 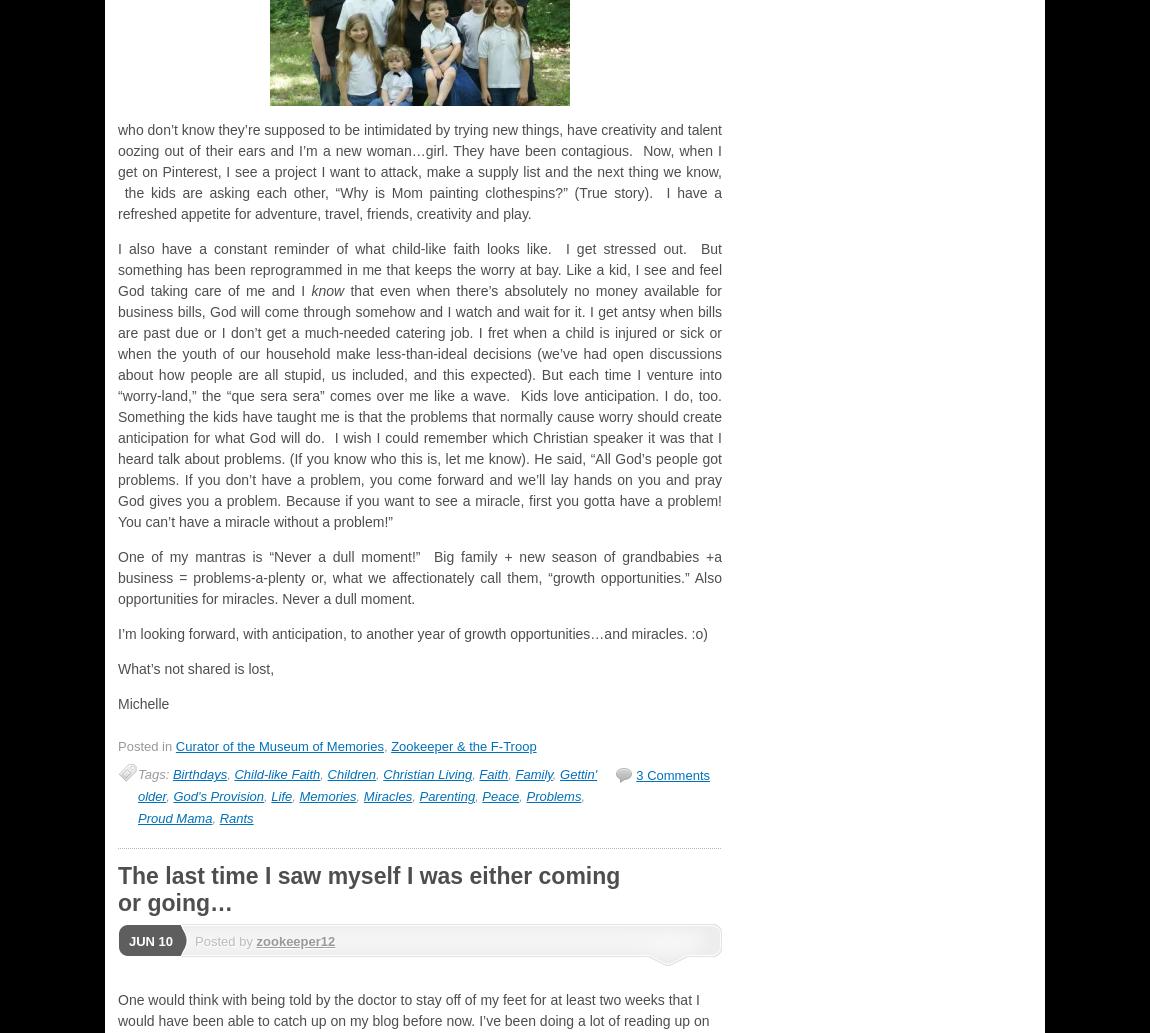 What do you see at coordinates (363, 796) in the screenshot?
I see `'Miracles'` at bounding box center [363, 796].